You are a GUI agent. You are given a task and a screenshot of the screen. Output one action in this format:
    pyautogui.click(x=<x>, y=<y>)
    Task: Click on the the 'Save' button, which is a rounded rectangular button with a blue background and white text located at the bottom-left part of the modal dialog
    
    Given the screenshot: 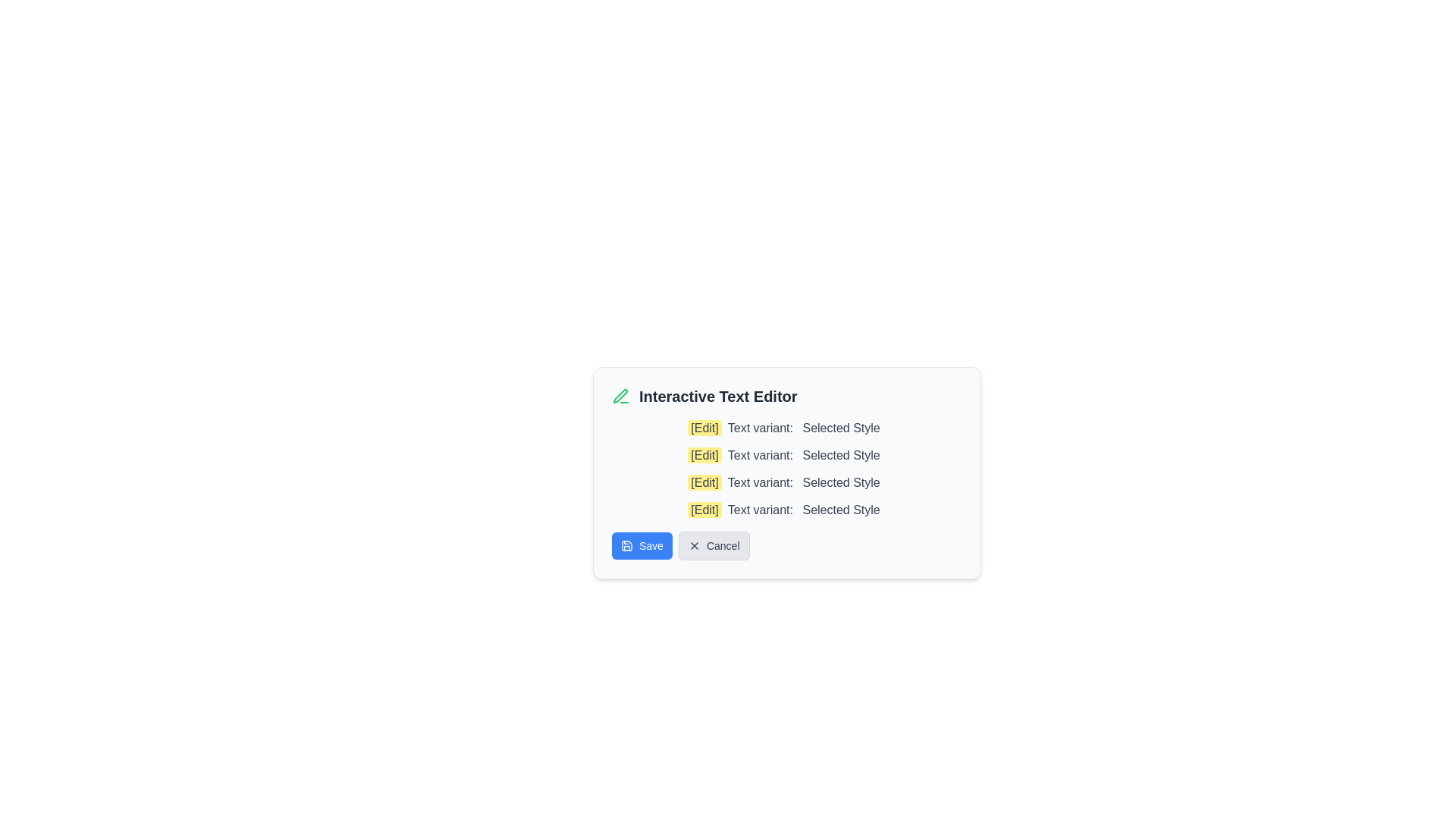 What is the action you would take?
    pyautogui.click(x=642, y=546)
    